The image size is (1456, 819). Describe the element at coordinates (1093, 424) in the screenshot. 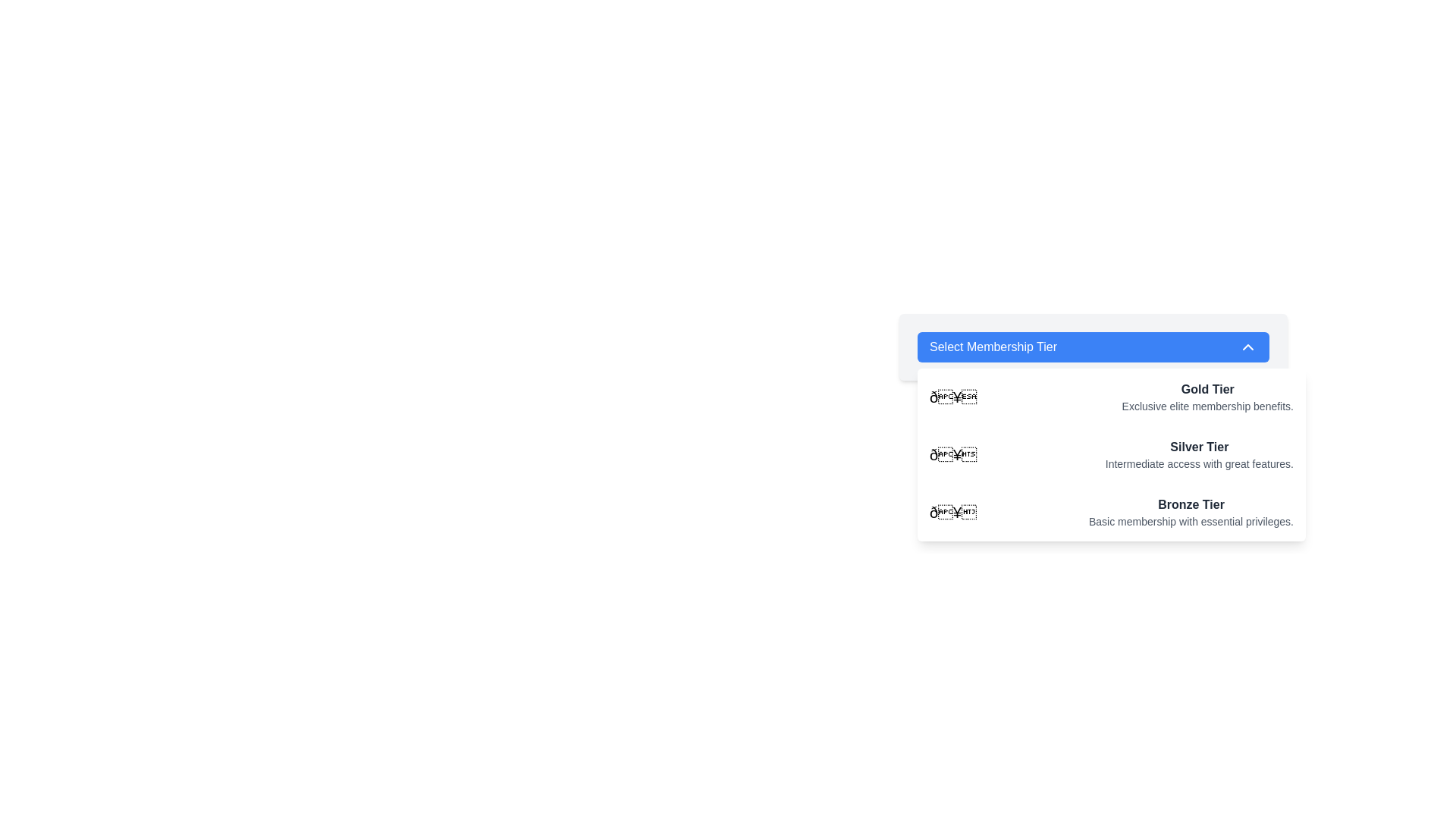

I see `the 'Silver Tier' option in the membership tier dropdown list` at that location.